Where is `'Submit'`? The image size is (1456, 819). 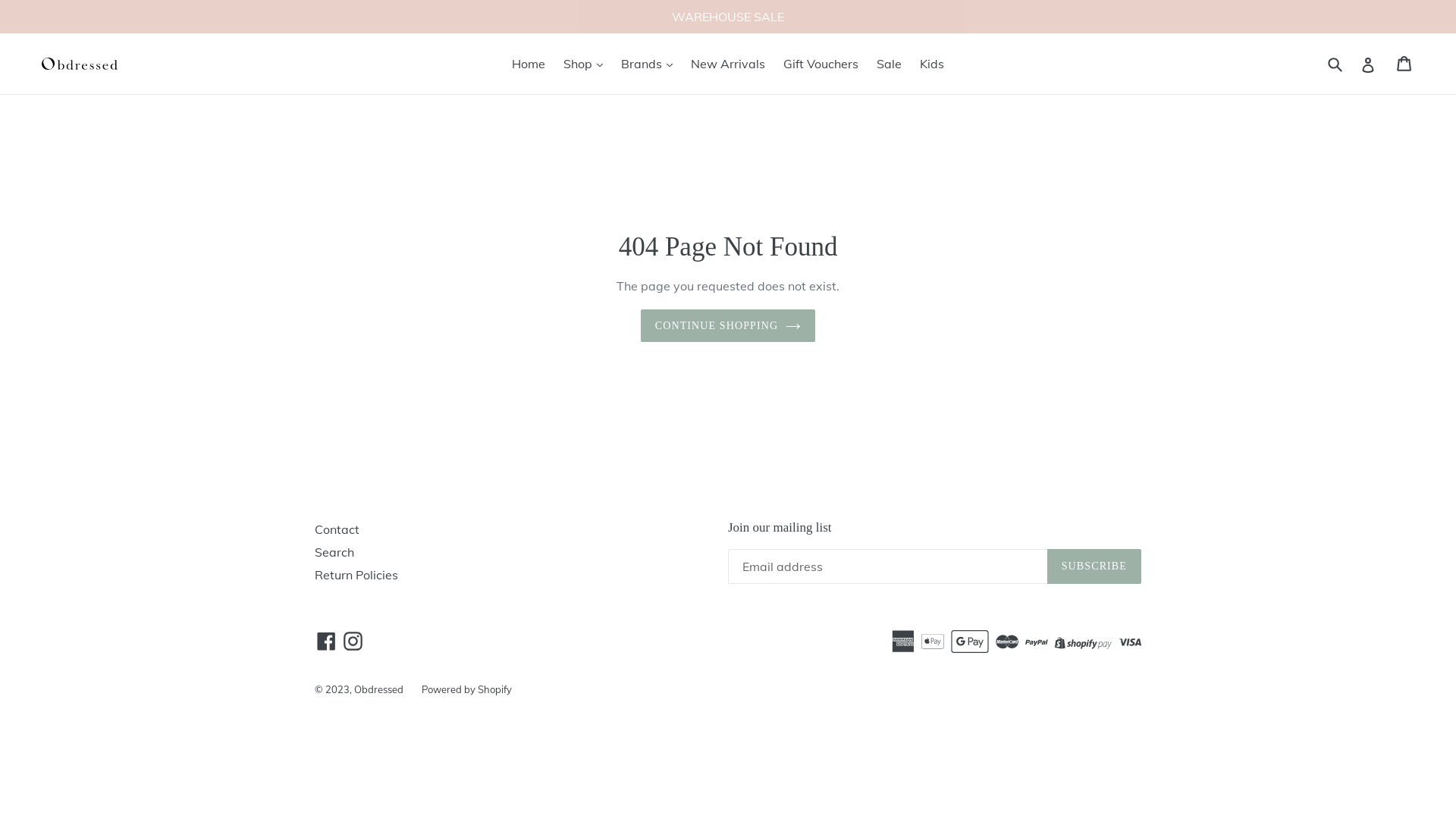
'Submit' is located at coordinates (1317, 63).